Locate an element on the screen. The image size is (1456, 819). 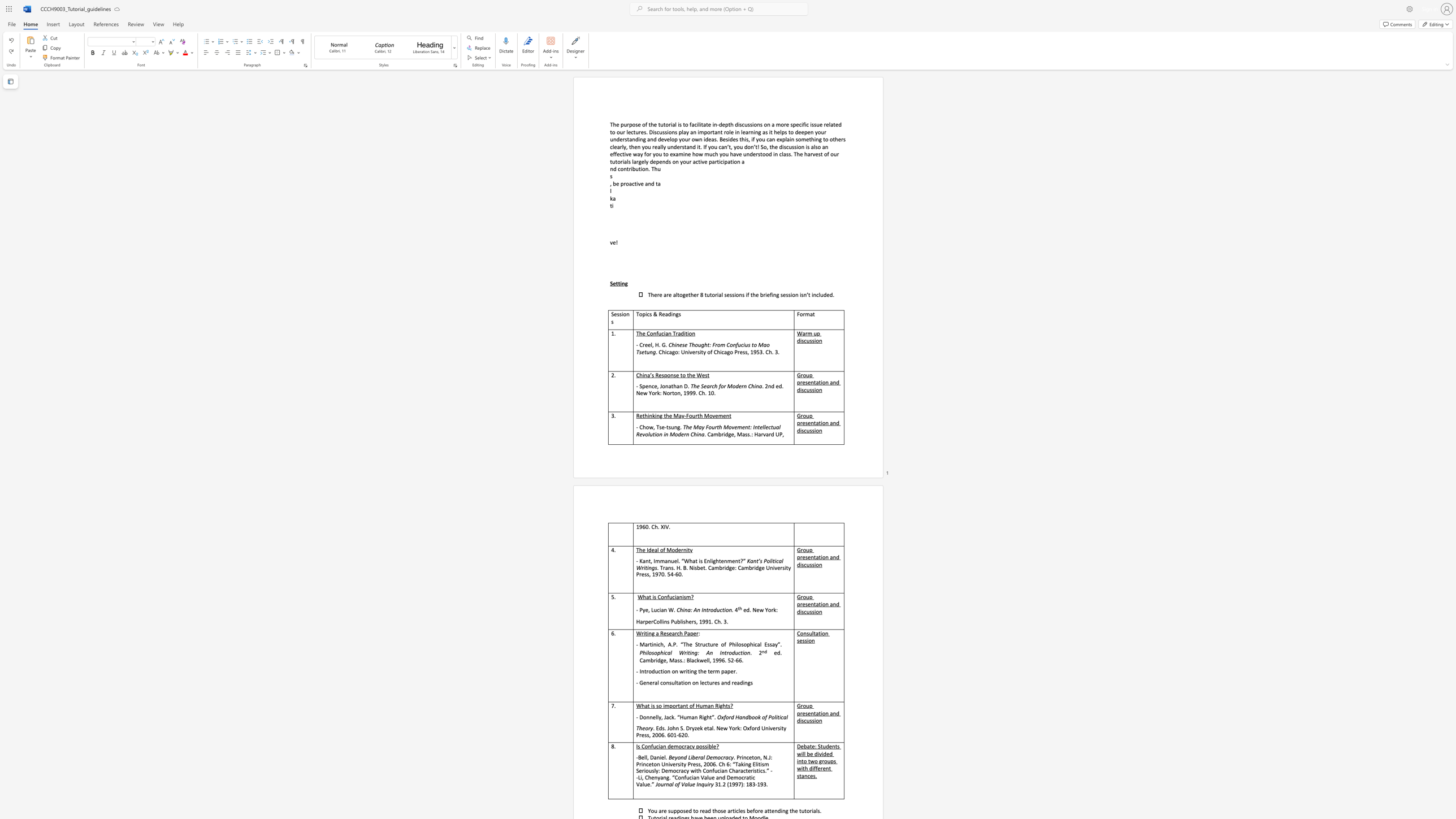
the subset text "io" within the text "The Confucian Tradition" is located at coordinates (687, 332).